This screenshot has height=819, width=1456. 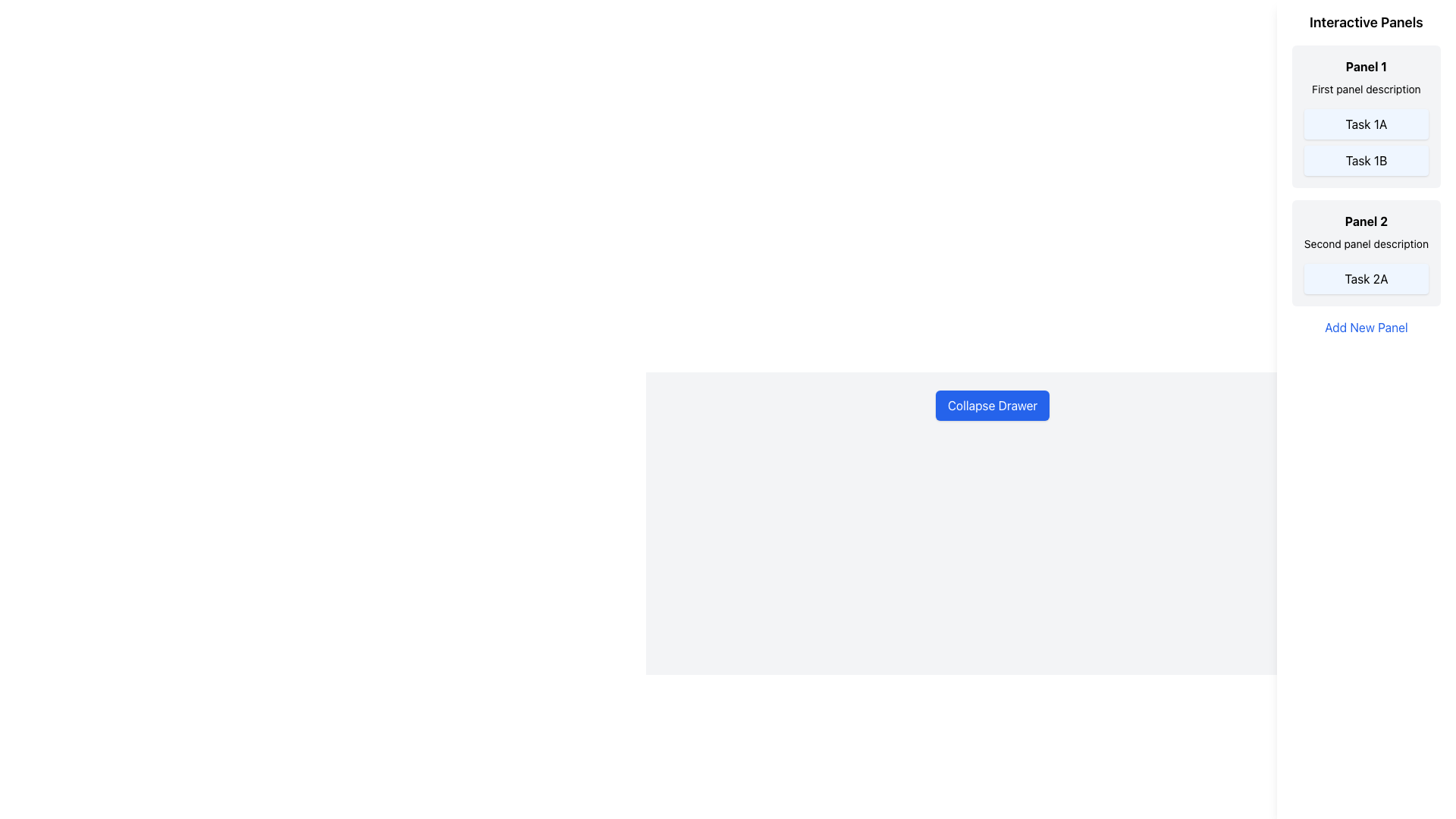 I want to click on the button labeled 'Task 1B' with a light blue background, so click(x=1366, y=161).